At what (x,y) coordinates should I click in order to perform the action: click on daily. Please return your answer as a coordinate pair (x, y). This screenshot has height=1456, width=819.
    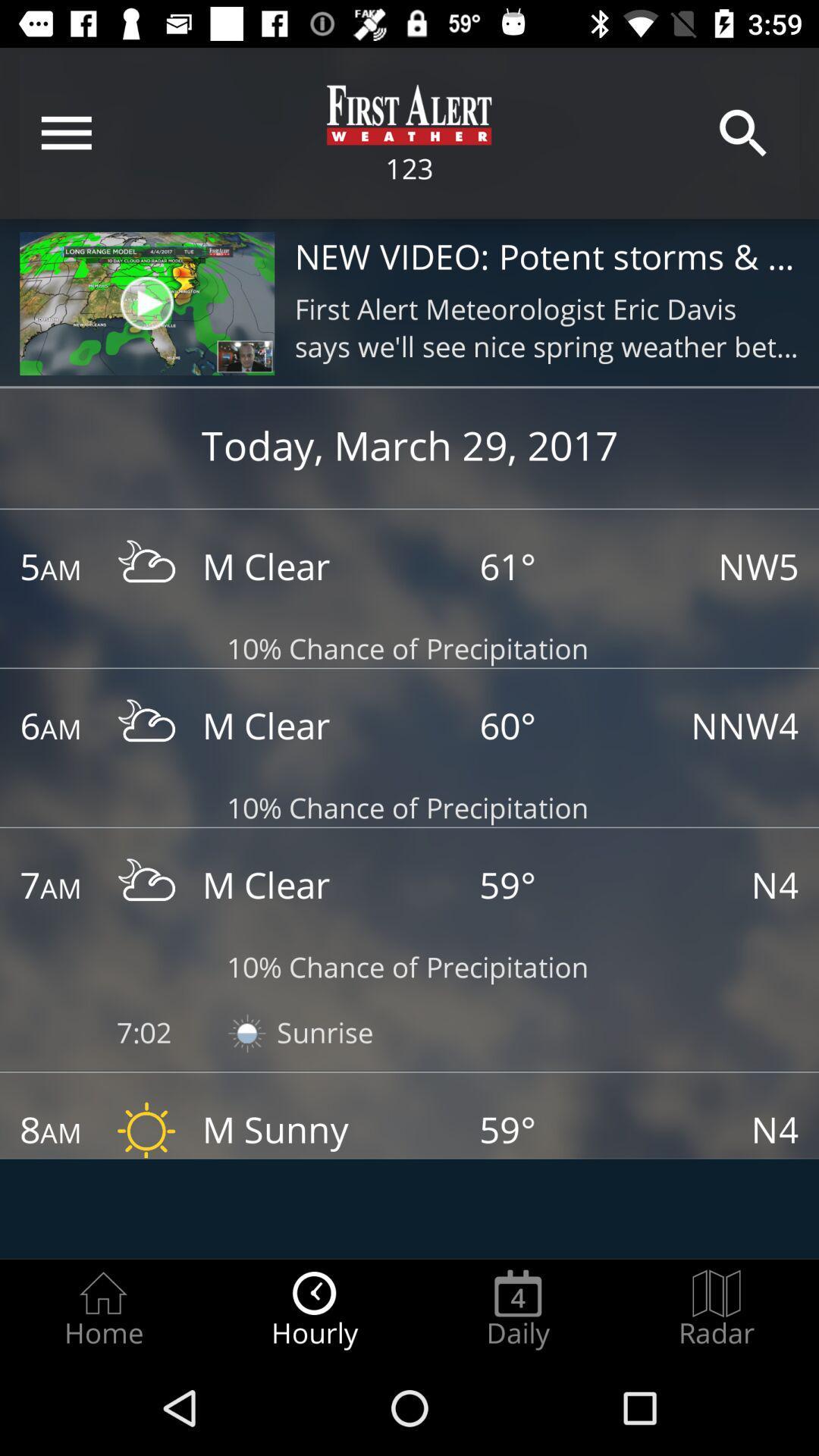
    Looking at the image, I should click on (517, 1309).